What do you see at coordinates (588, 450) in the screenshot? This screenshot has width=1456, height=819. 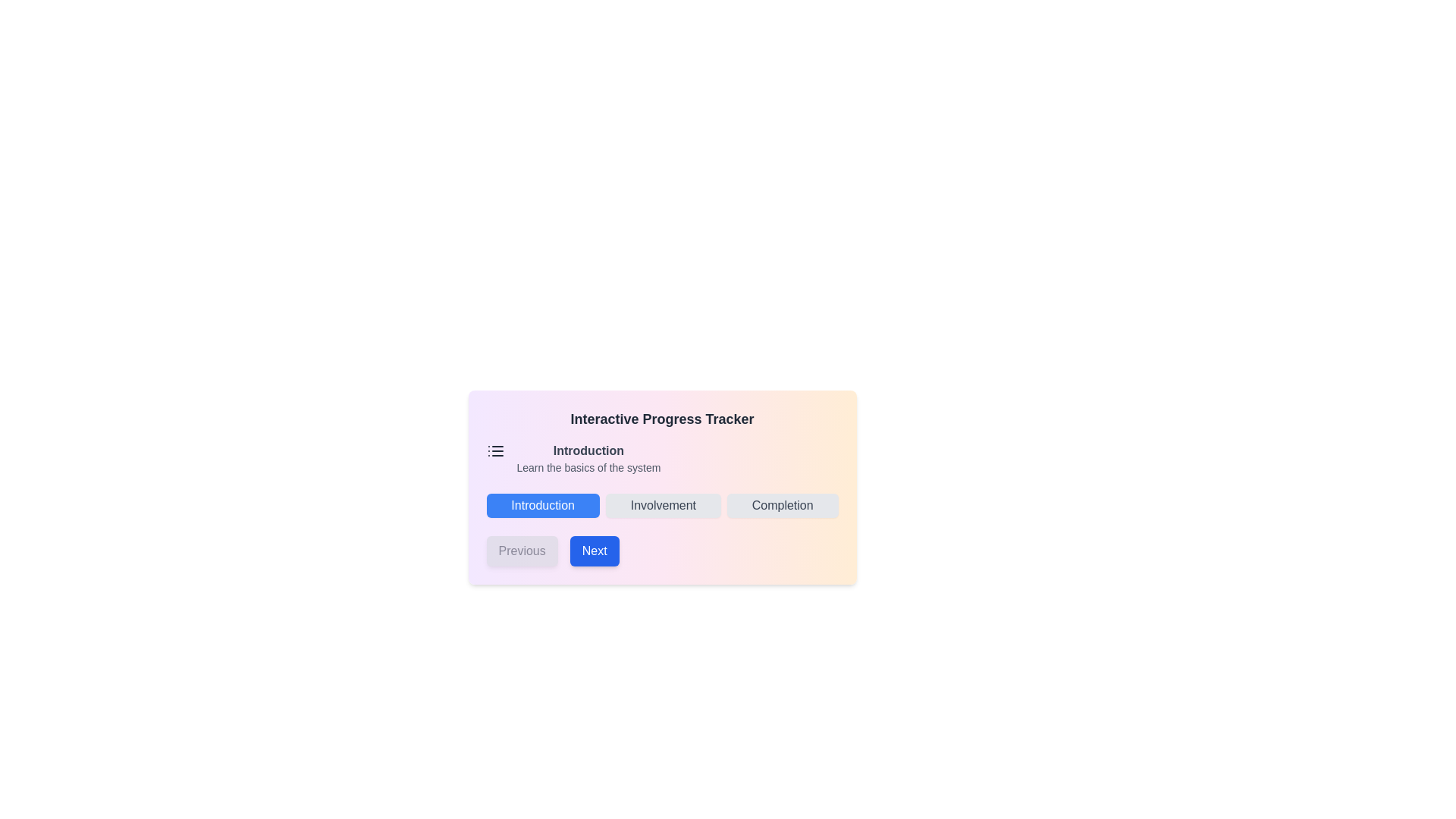 I see `the Text Label that serves as a heading for the accompanying information in the Interactive Progress Tracker section` at bounding box center [588, 450].